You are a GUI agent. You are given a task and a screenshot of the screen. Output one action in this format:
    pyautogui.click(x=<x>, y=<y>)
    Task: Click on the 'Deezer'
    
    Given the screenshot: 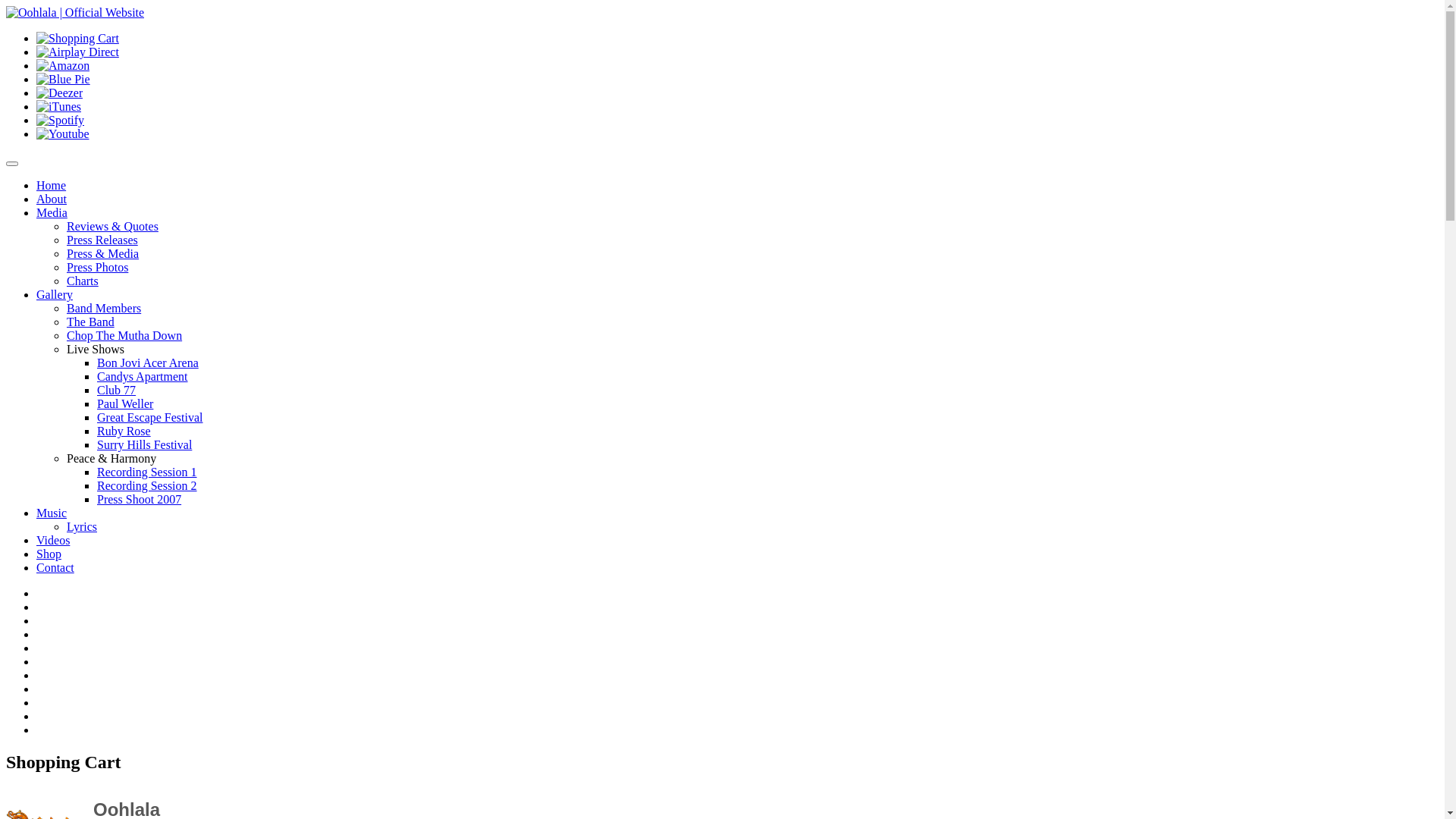 What is the action you would take?
    pyautogui.click(x=59, y=93)
    